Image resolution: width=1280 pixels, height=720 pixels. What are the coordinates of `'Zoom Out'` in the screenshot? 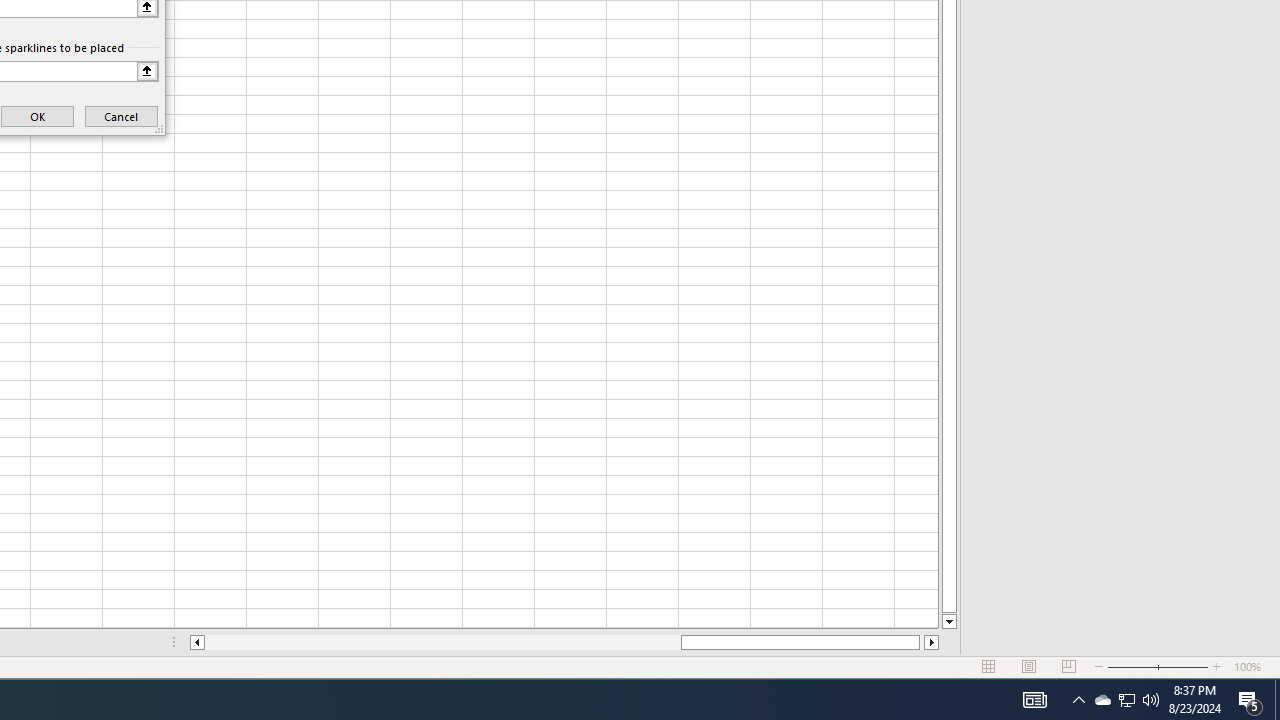 It's located at (1132, 667).